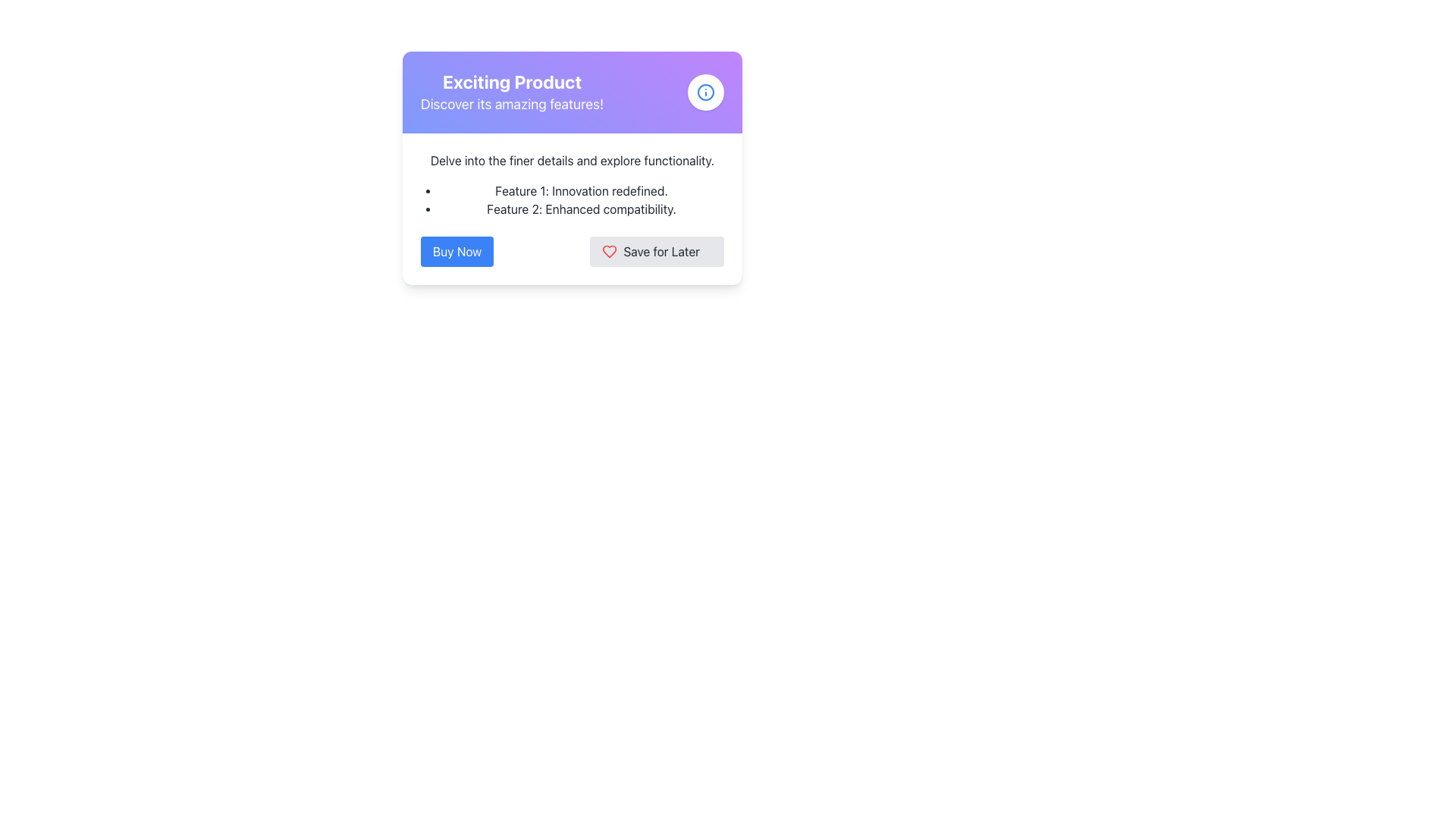  I want to click on the circular button with a white background and a blue 'i' information icon located at the top-right corner of the highlighted 'Exciting Product' section, so click(705, 93).